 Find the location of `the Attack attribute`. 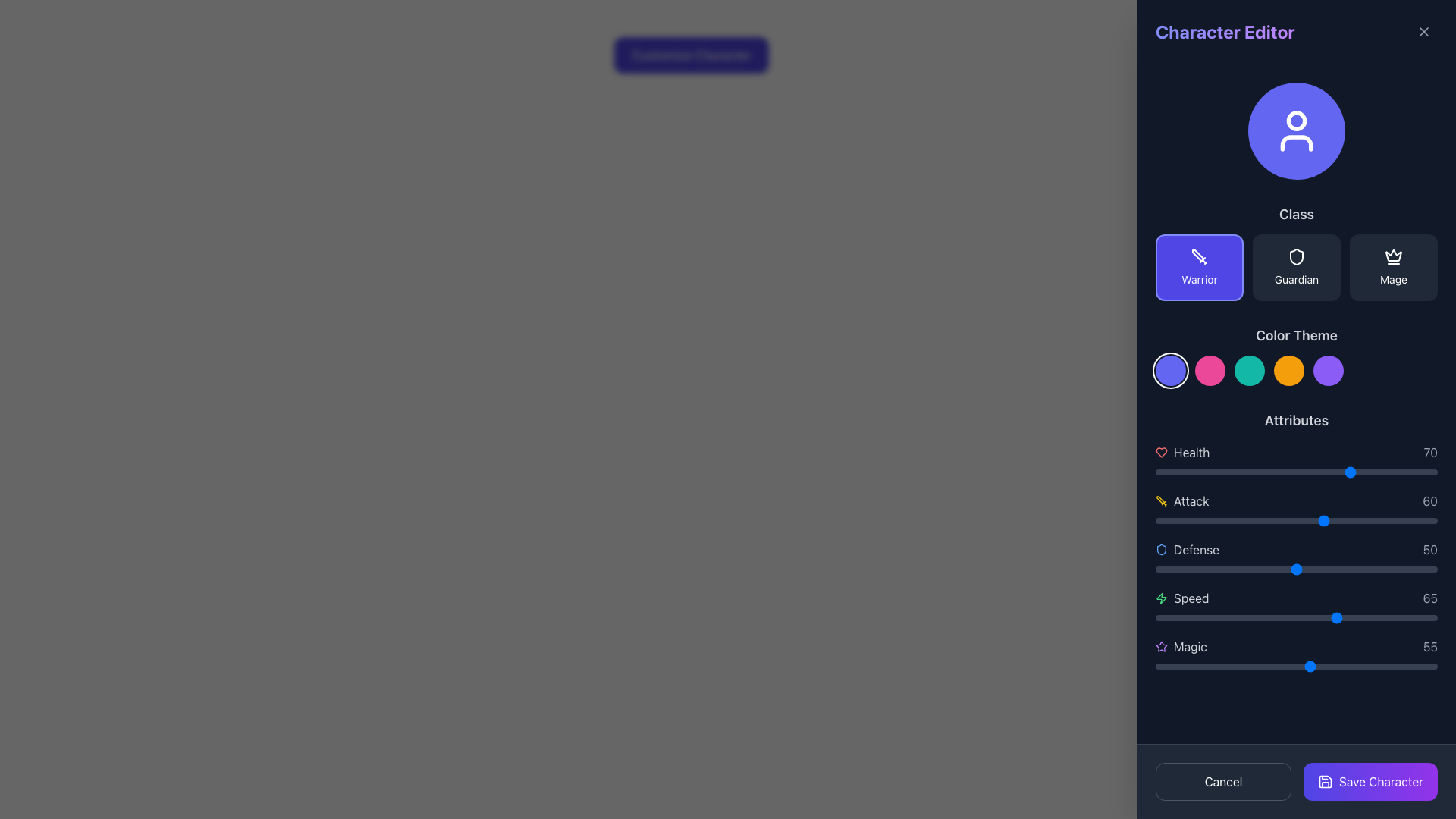

the Attack attribute is located at coordinates (1268, 519).